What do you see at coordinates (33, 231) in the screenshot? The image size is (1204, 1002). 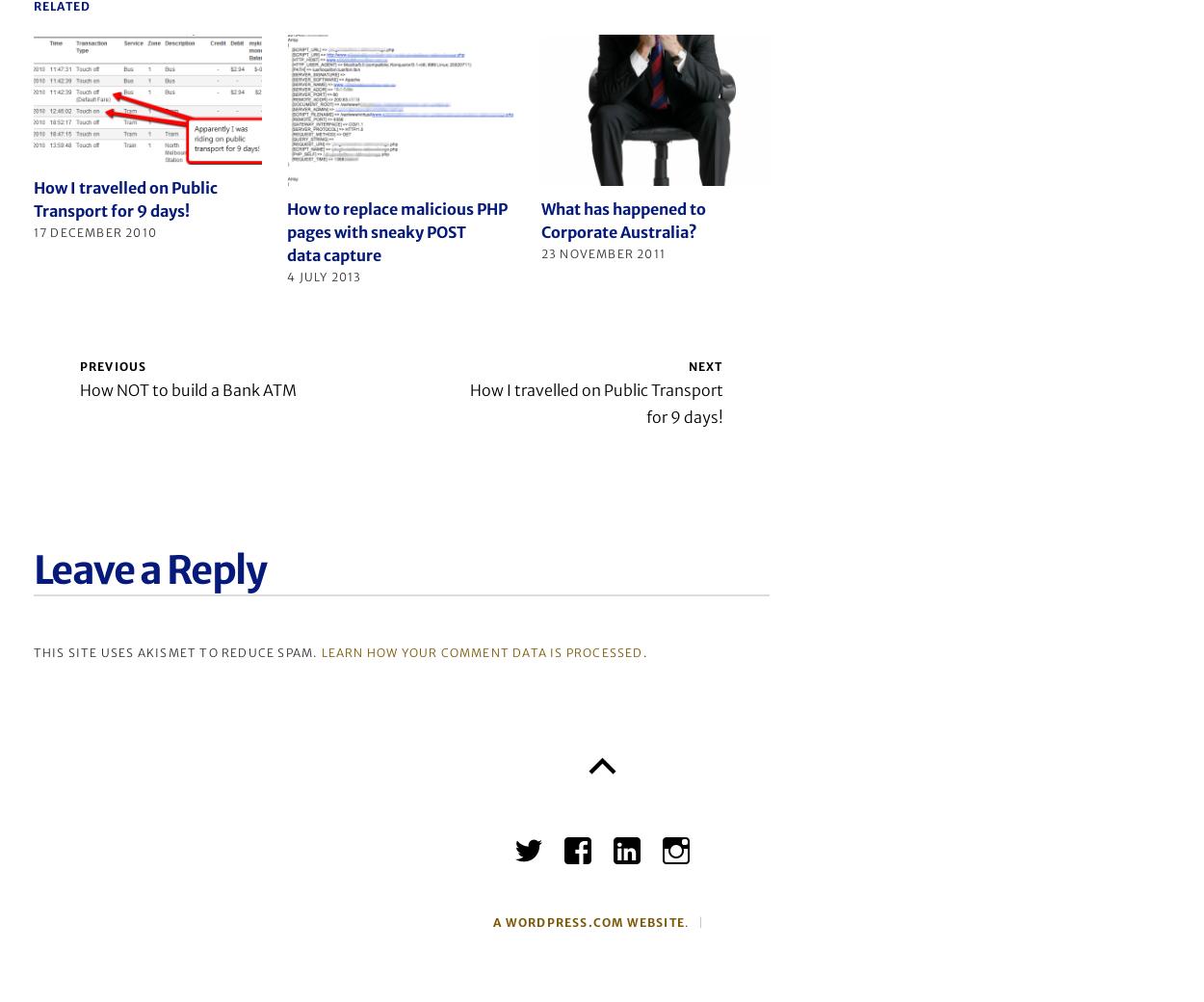 I see `'17 December 2010'` at bounding box center [33, 231].